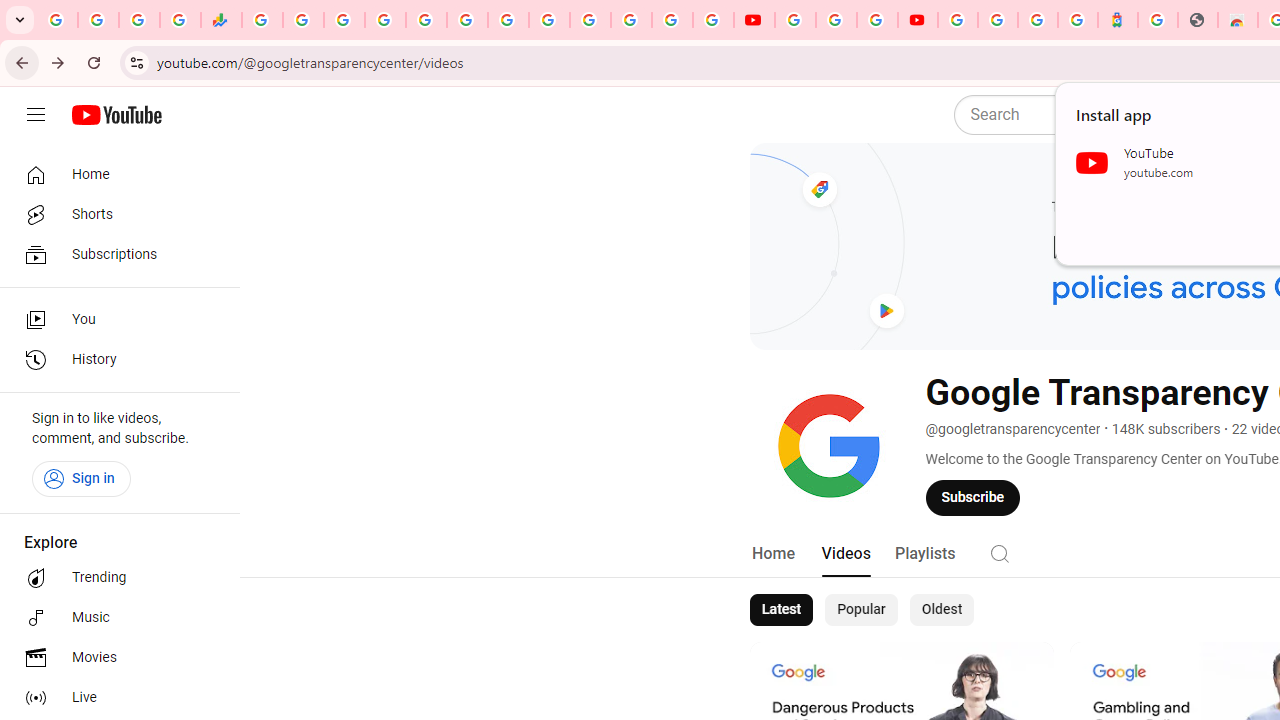 This screenshot has width=1280, height=720. Describe the element at coordinates (112, 658) in the screenshot. I see `'Movies'` at that location.